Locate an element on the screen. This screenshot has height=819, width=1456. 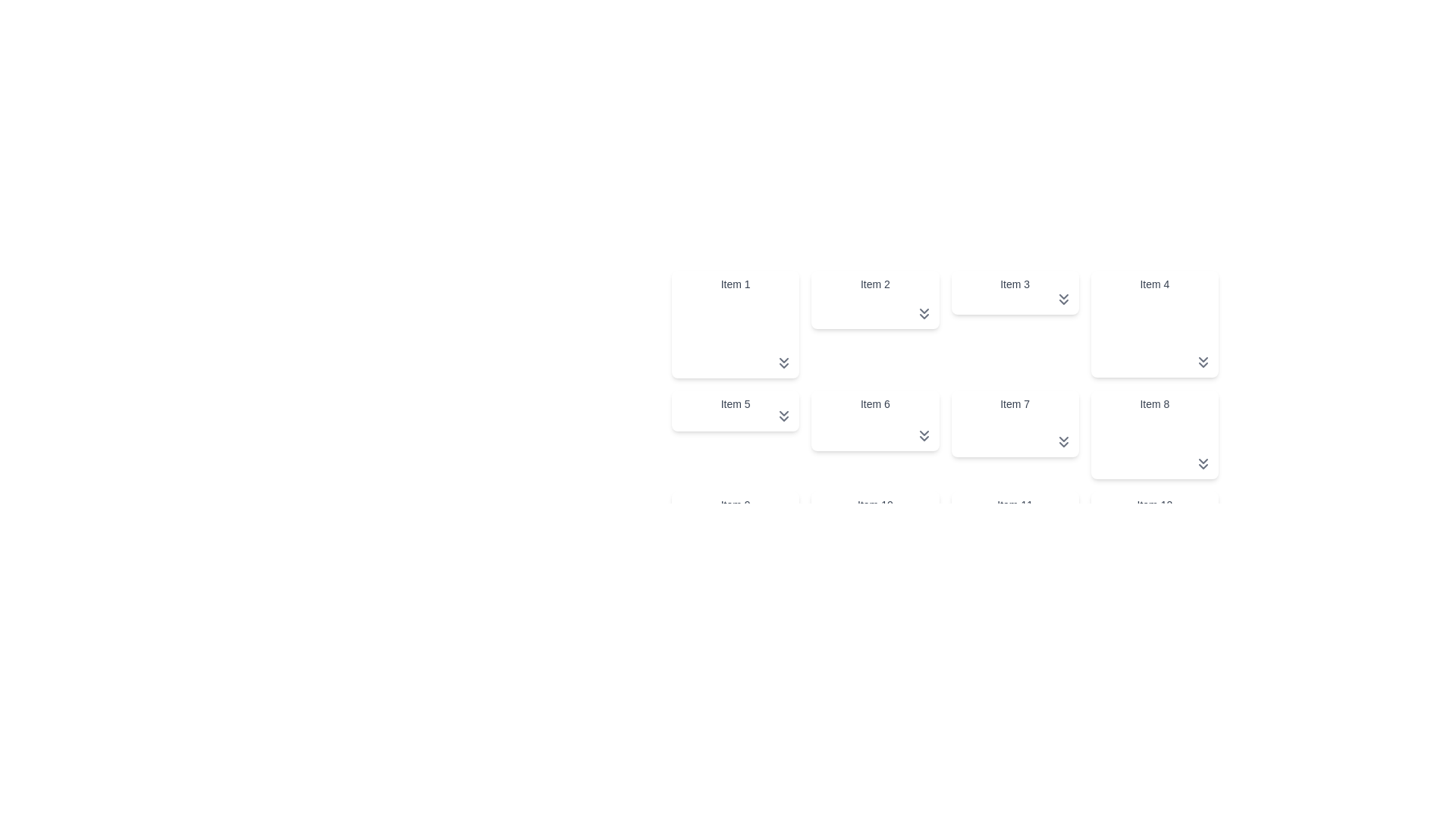
the interactive card located in the third row and third column of the grid layout is located at coordinates (1015, 529).